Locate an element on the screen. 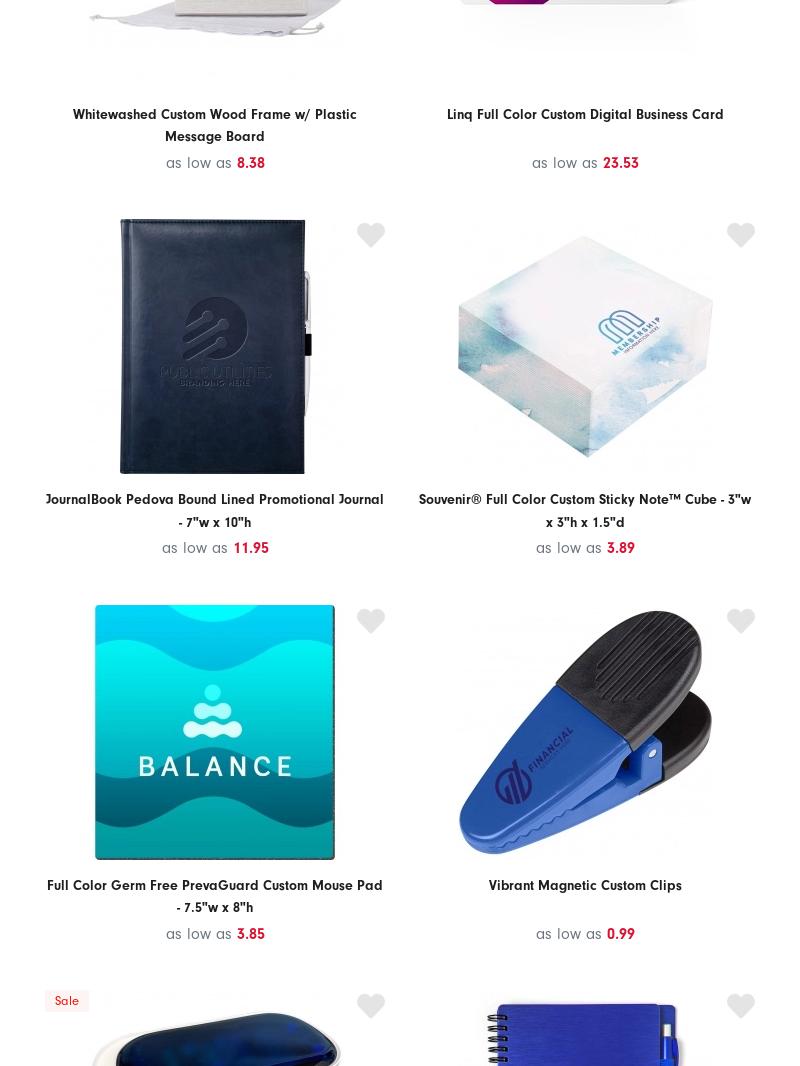 Image resolution: width=800 pixels, height=1066 pixels. '23.53' is located at coordinates (620, 161).